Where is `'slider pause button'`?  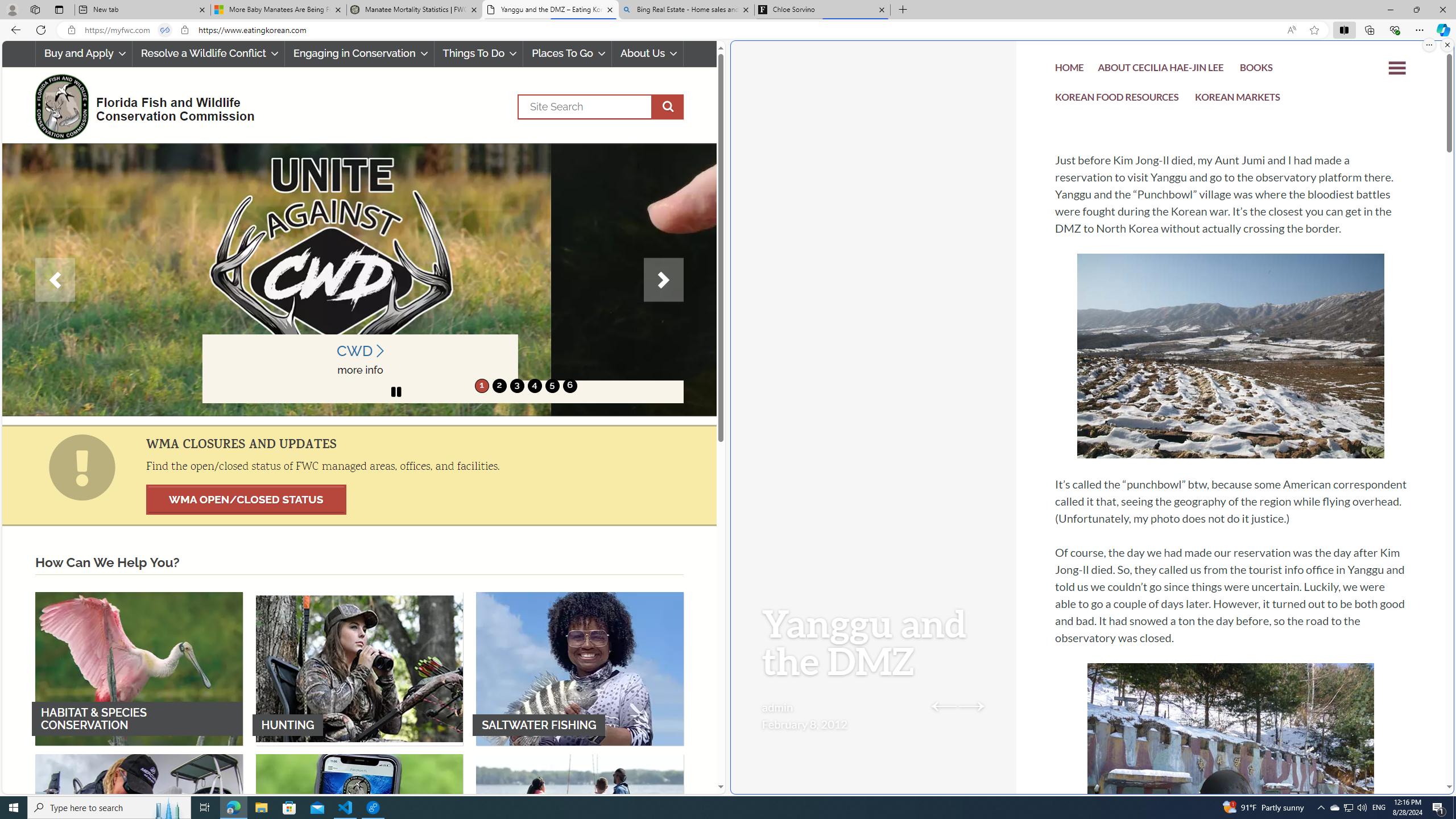
'slider pause button' is located at coordinates (396, 392).